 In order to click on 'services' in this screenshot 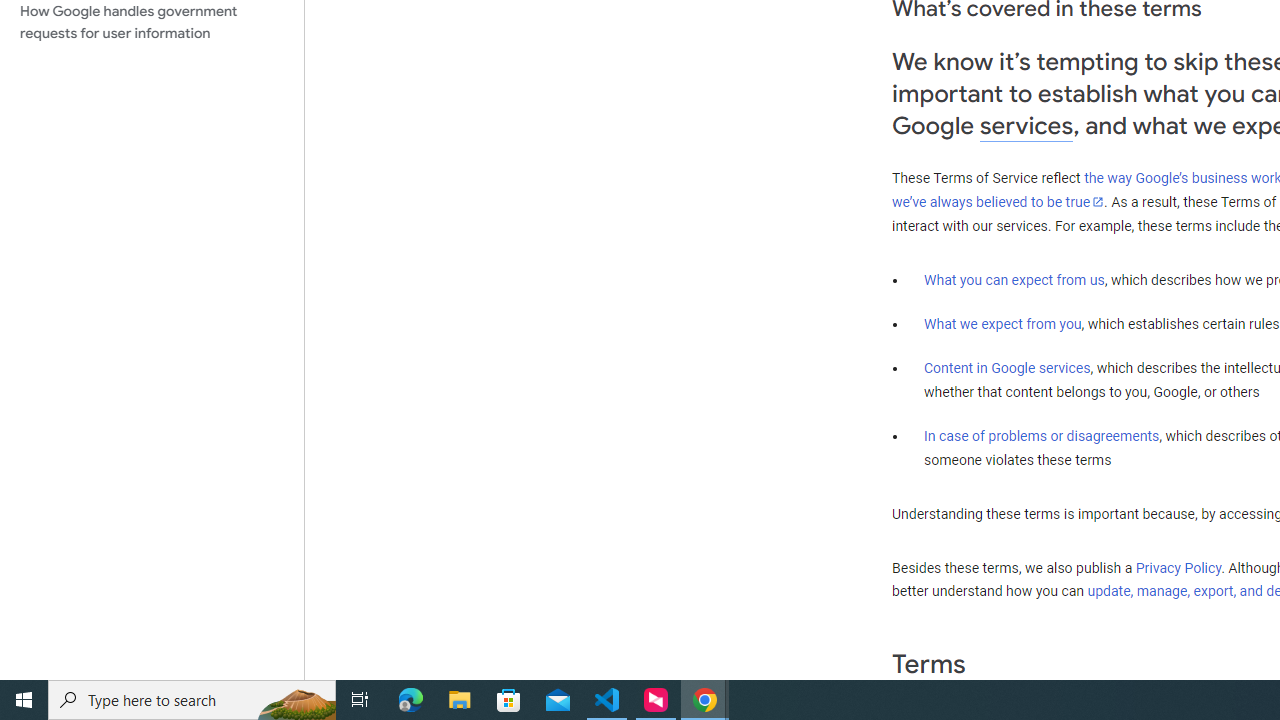, I will do `click(1026, 125)`.